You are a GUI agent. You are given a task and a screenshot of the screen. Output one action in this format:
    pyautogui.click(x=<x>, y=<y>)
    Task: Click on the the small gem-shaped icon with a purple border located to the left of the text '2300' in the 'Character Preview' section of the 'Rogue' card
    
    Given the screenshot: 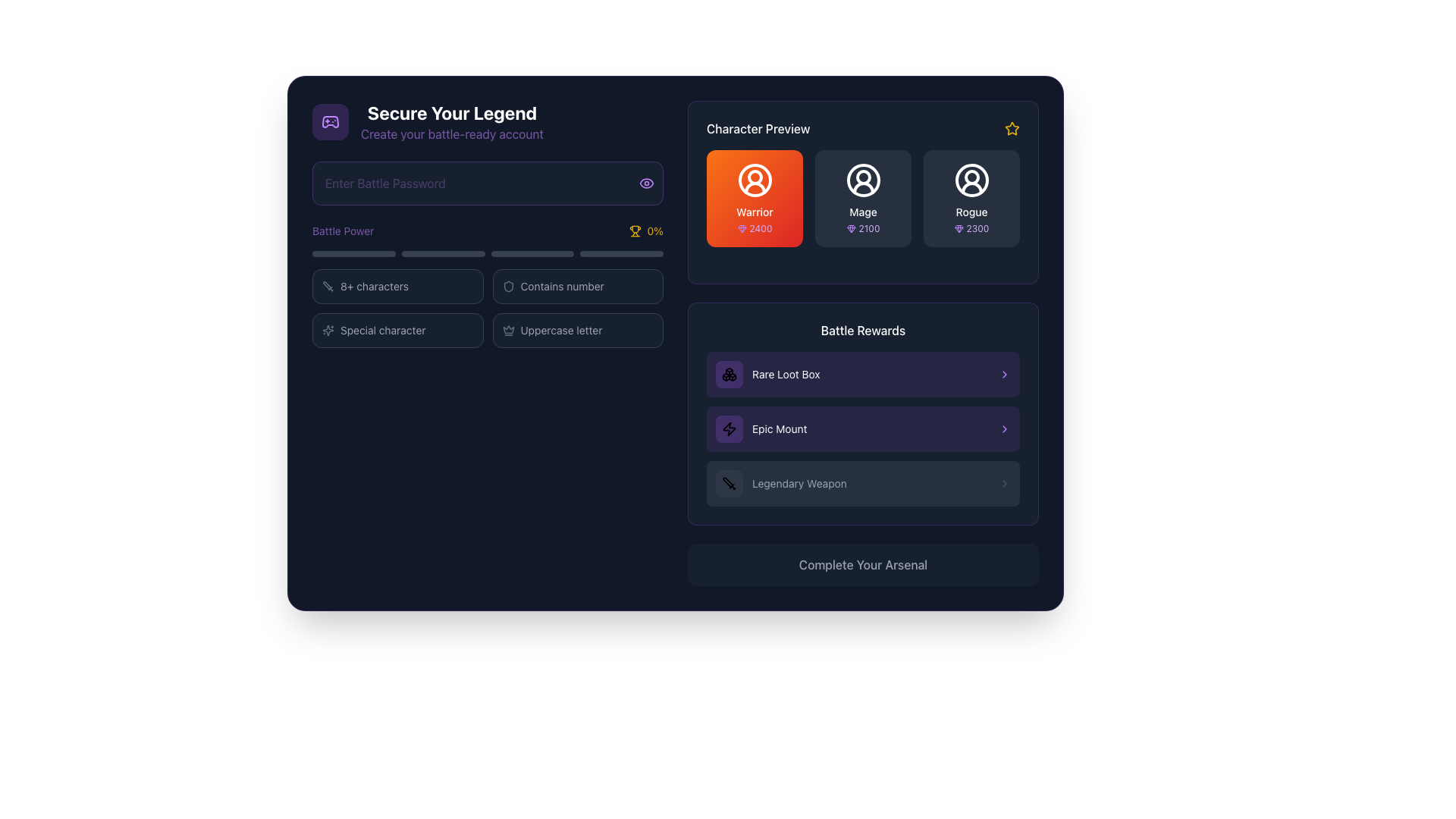 What is the action you would take?
    pyautogui.click(x=958, y=228)
    